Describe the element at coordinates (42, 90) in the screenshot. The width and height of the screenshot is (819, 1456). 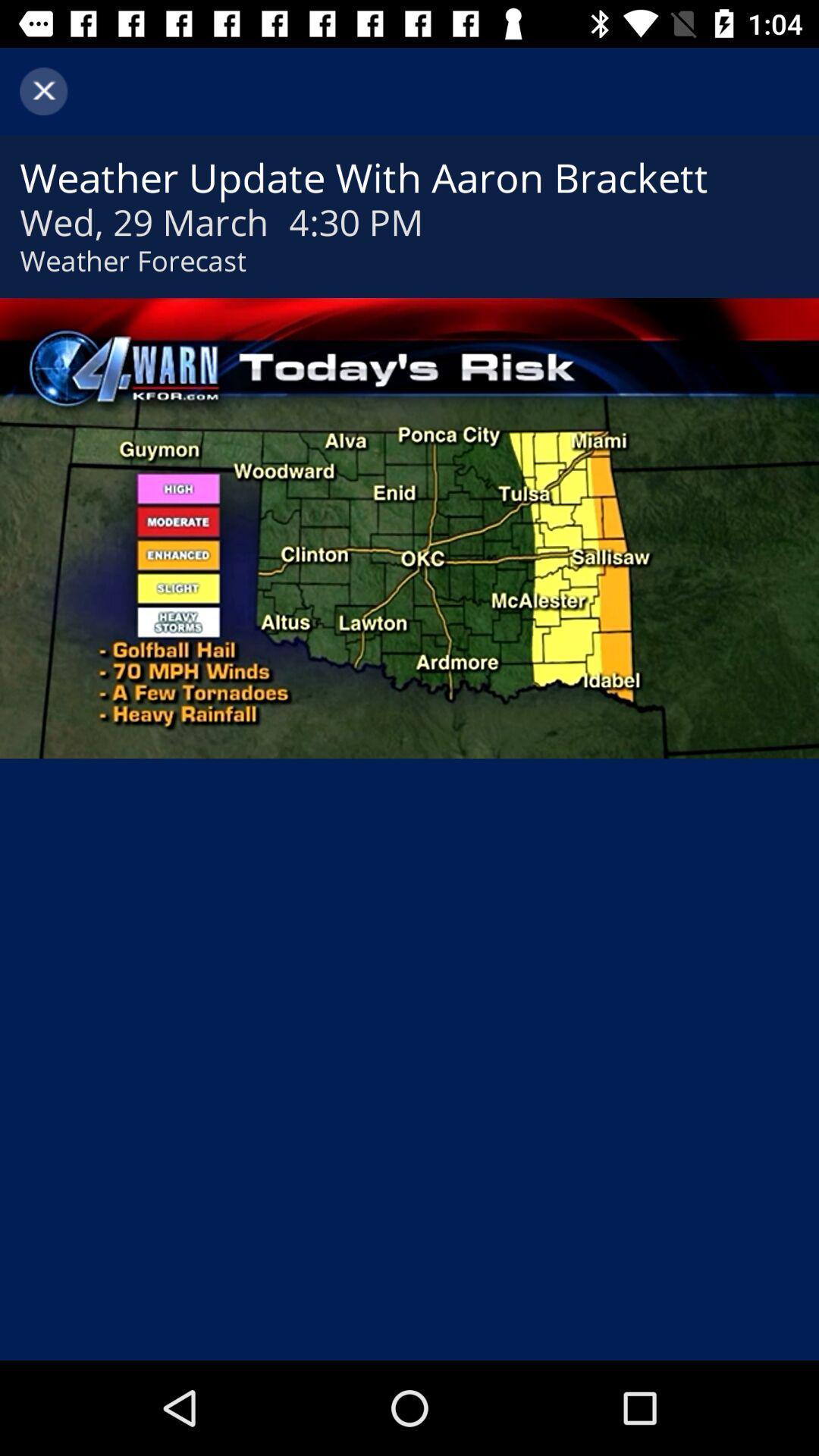
I see `the close icon` at that location.